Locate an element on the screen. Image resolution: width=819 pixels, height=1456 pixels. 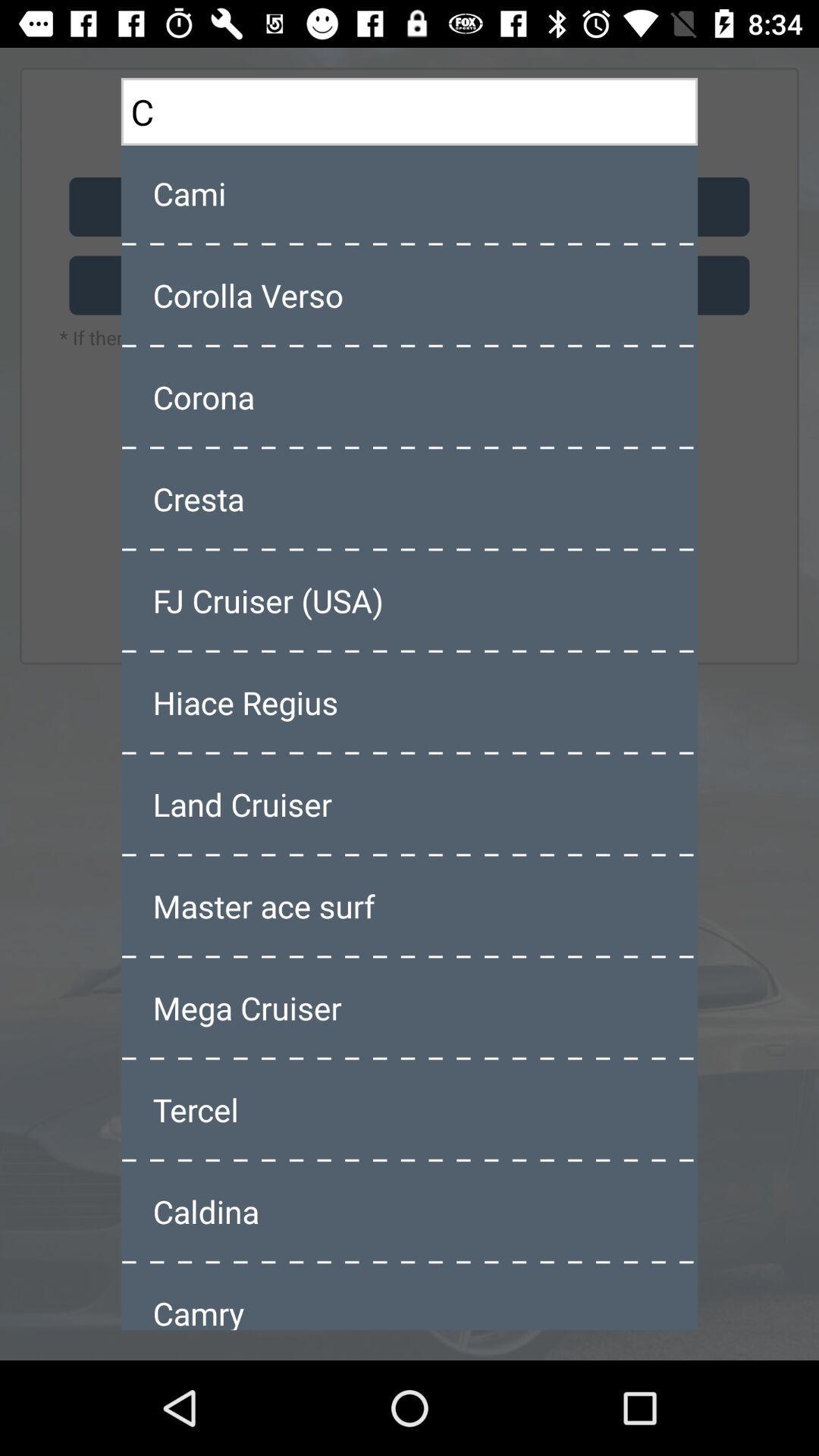
cami is located at coordinates (409, 192).